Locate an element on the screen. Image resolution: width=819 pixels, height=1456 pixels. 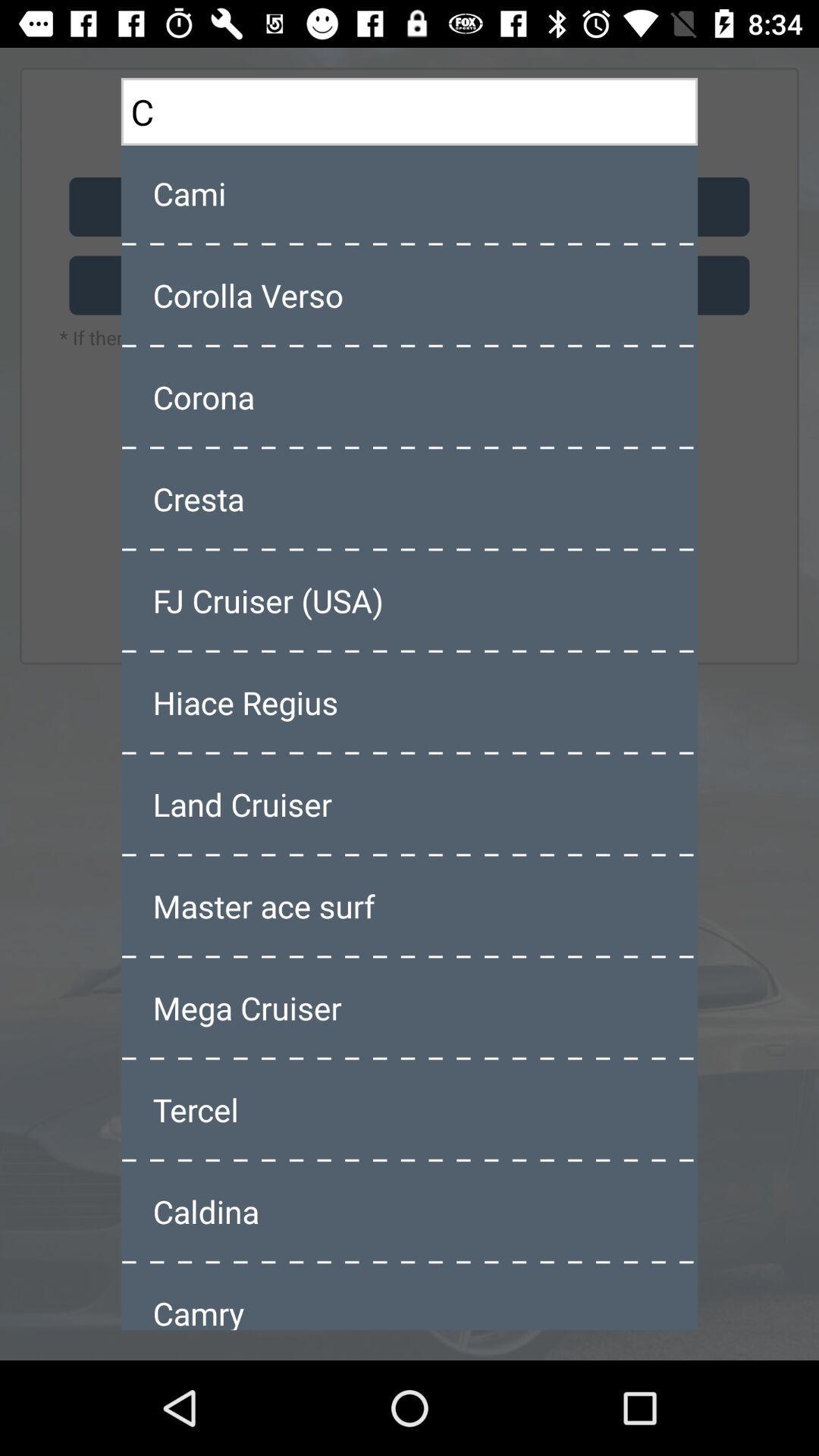
cami is located at coordinates (409, 192).